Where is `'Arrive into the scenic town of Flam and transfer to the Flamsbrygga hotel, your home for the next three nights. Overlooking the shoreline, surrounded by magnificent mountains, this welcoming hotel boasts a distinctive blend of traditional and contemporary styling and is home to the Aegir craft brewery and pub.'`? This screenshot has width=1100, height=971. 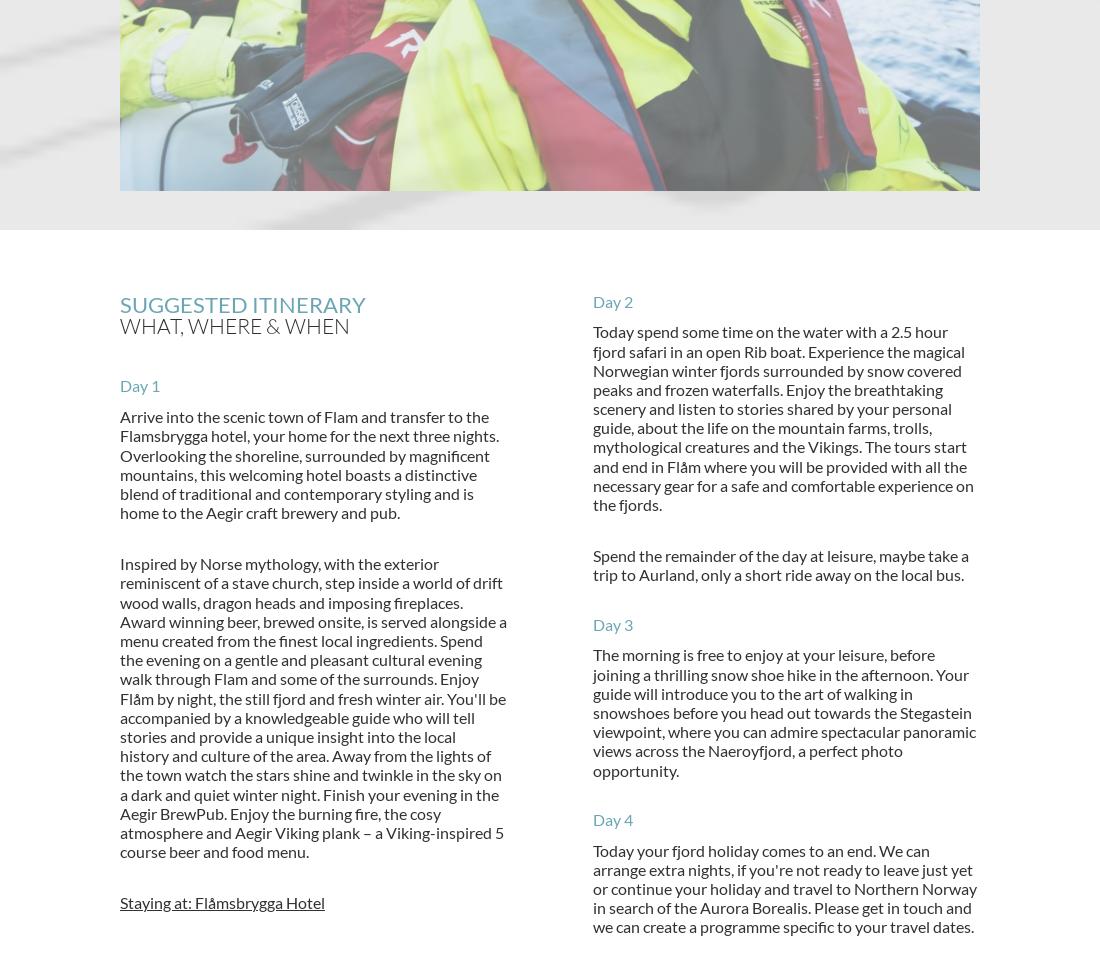
'Arrive into the scenic town of Flam and transfer to the Flamsbrygga hotel, your home for the next three nights. Overlooking the shoreline, surrounded by magnificent mountains, this welcoming hotel boasts a distinctive blend of traditional and contemporary styling and is home to the Aegir craft brewery and pub.' is located at coordinates (308, 464).